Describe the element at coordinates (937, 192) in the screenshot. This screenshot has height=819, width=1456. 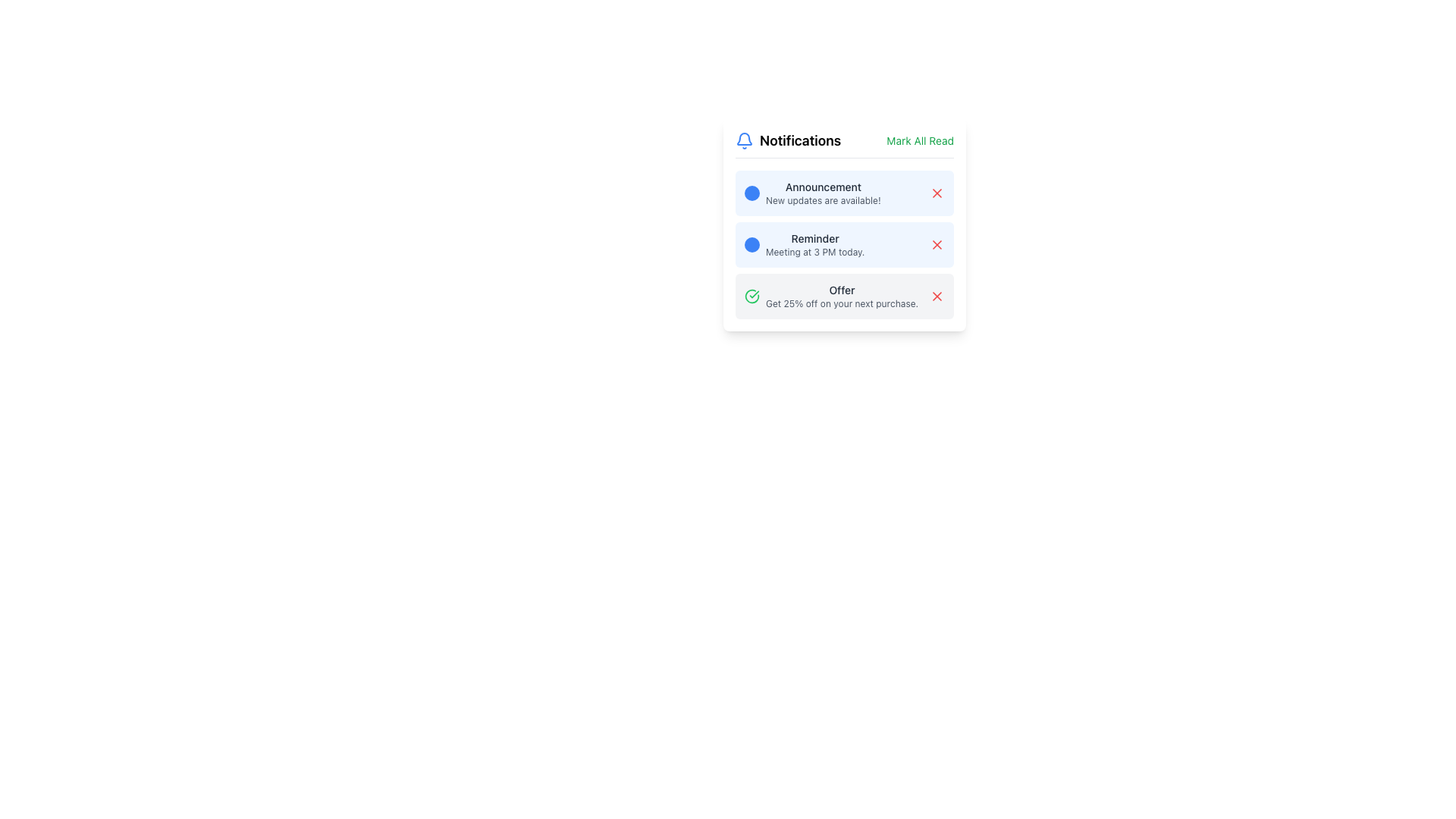
I see `the close button located in the top-right corner of the 'Announcement' notification card` at that location.